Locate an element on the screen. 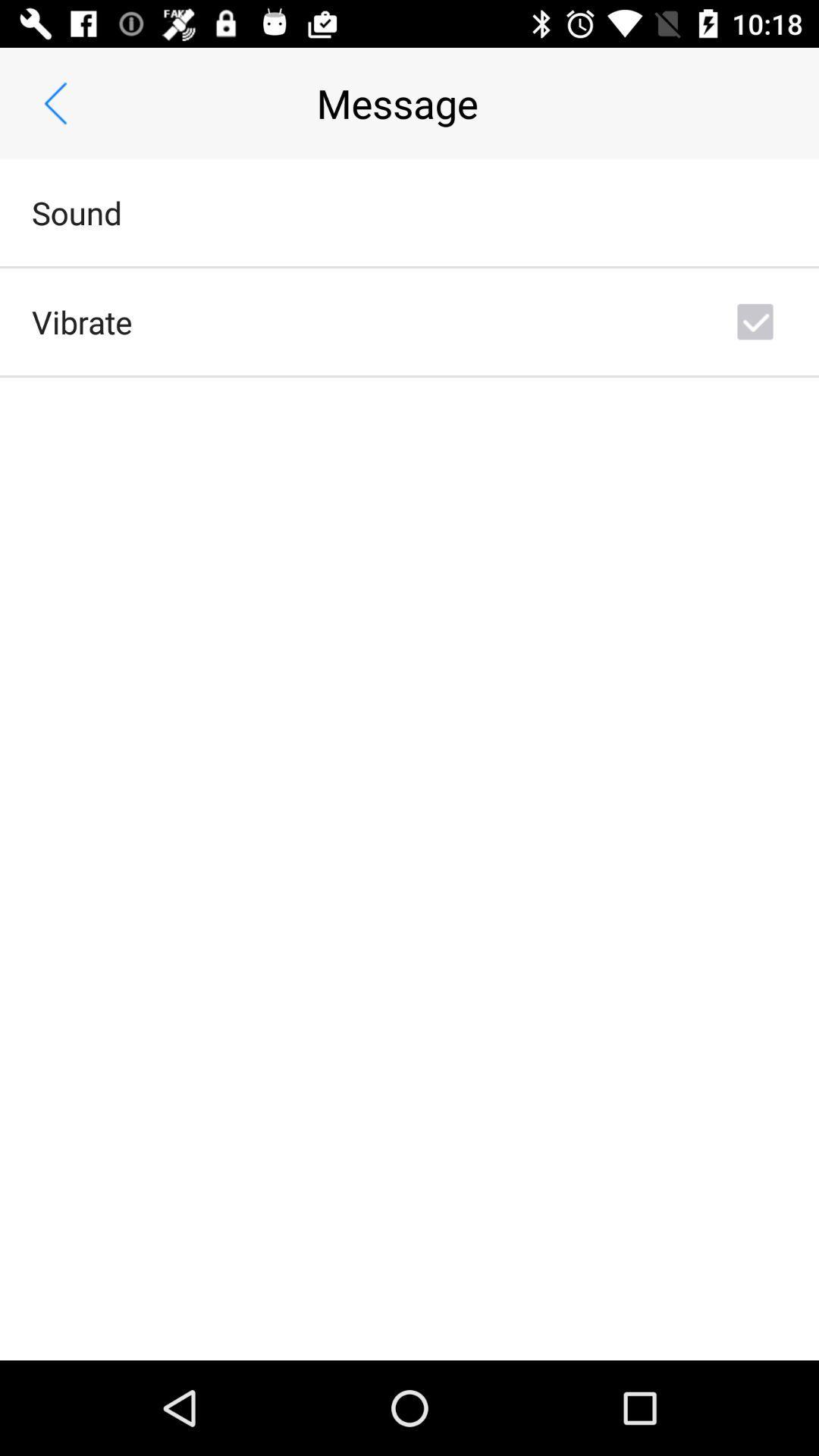  the icon at the top right corner is located at coordinates (755, 321).